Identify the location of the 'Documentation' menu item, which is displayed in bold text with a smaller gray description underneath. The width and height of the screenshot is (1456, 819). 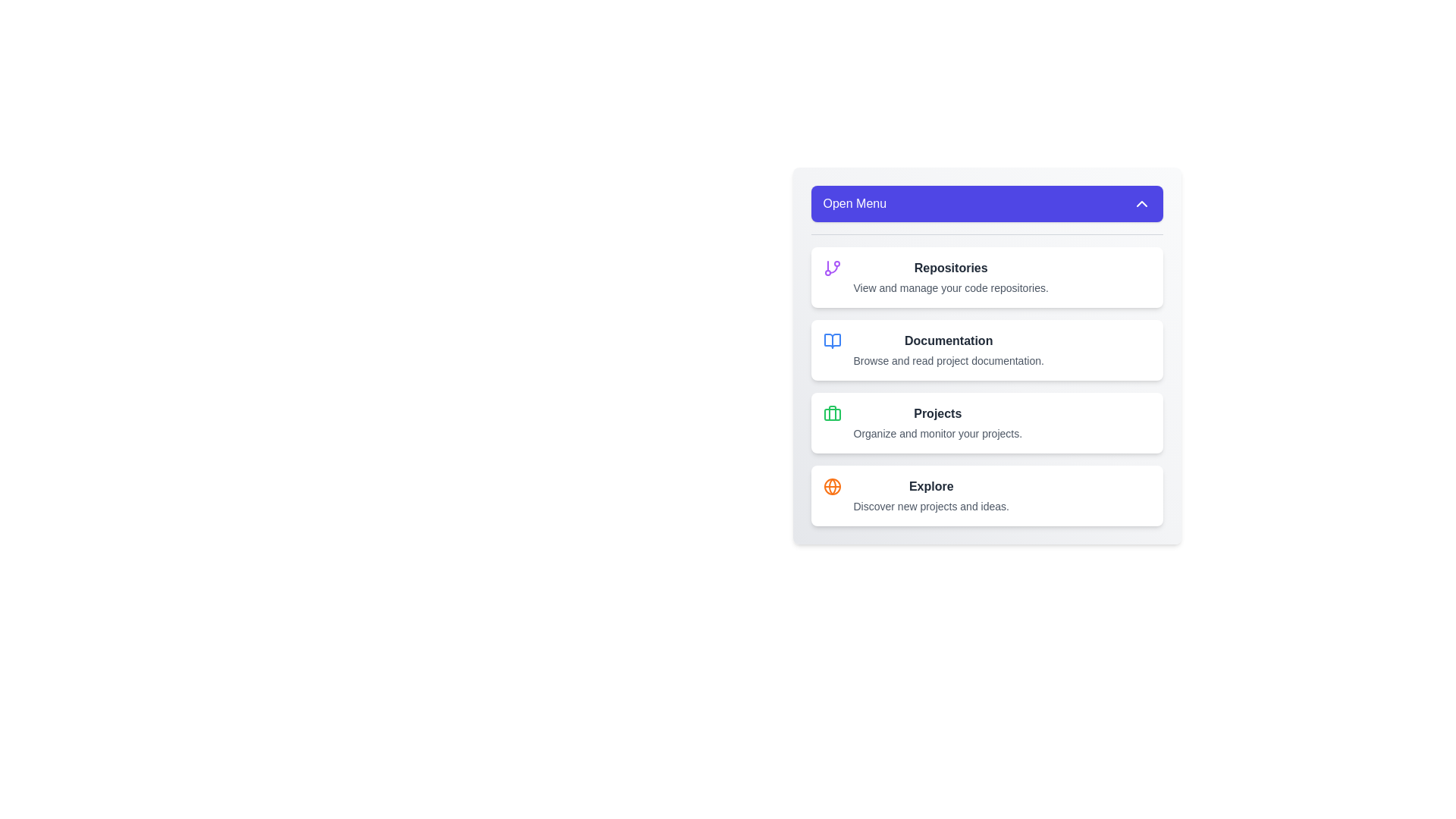
(948, 350).